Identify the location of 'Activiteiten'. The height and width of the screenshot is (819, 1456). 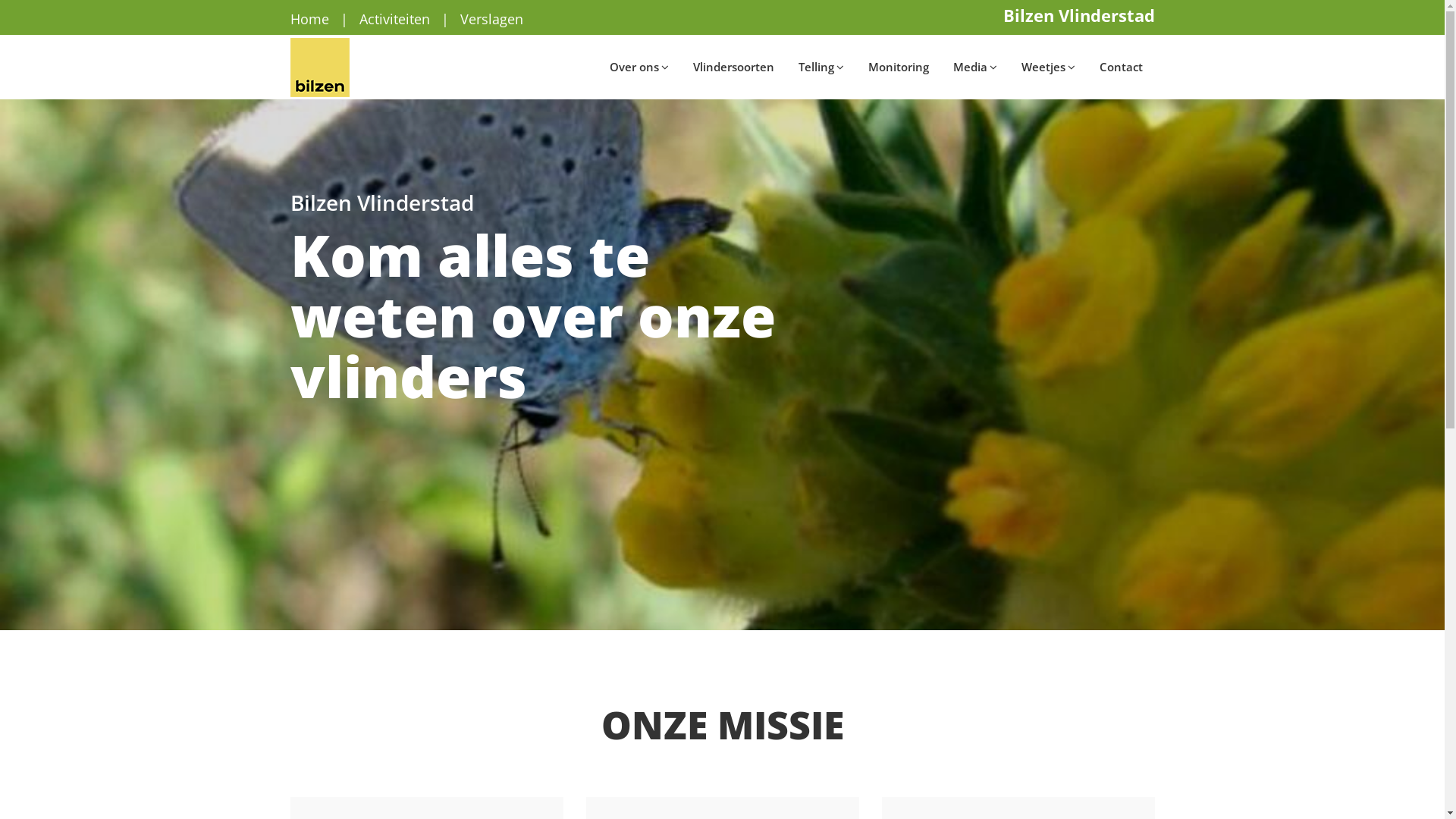
(359, 18).